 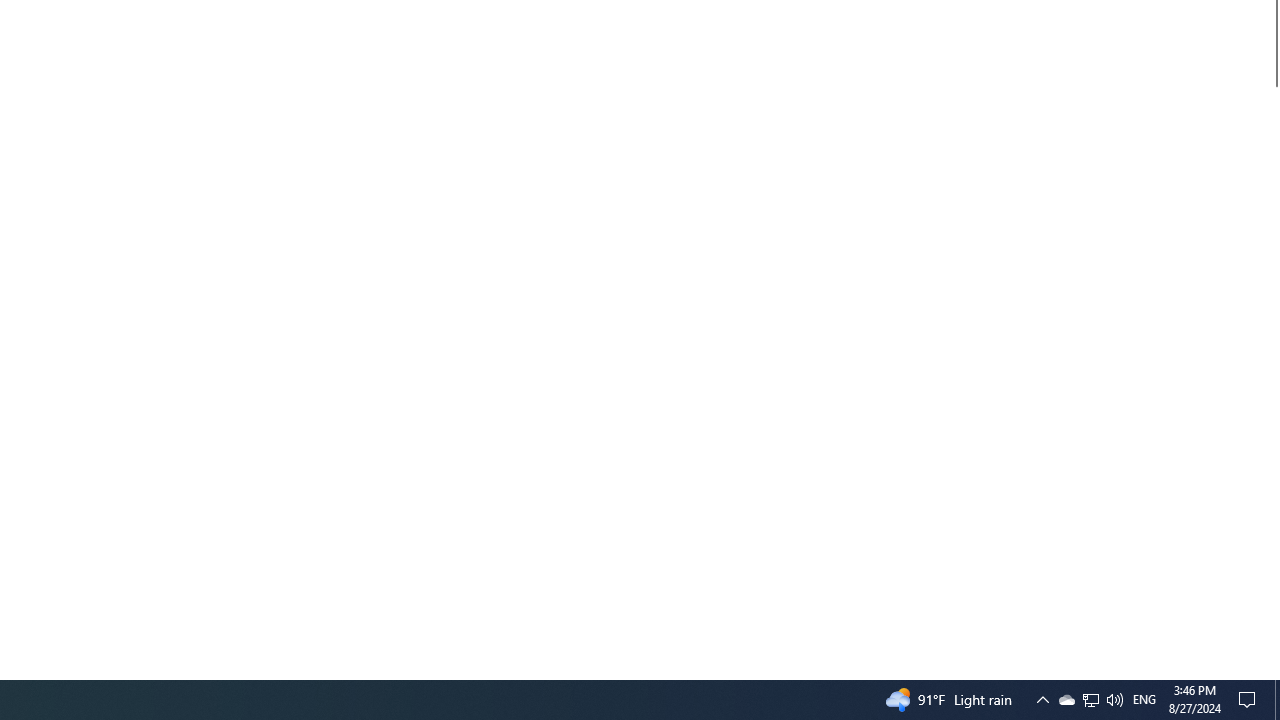 I want to click on 'Vertical Small Increase', so click(x=1271, y=671).